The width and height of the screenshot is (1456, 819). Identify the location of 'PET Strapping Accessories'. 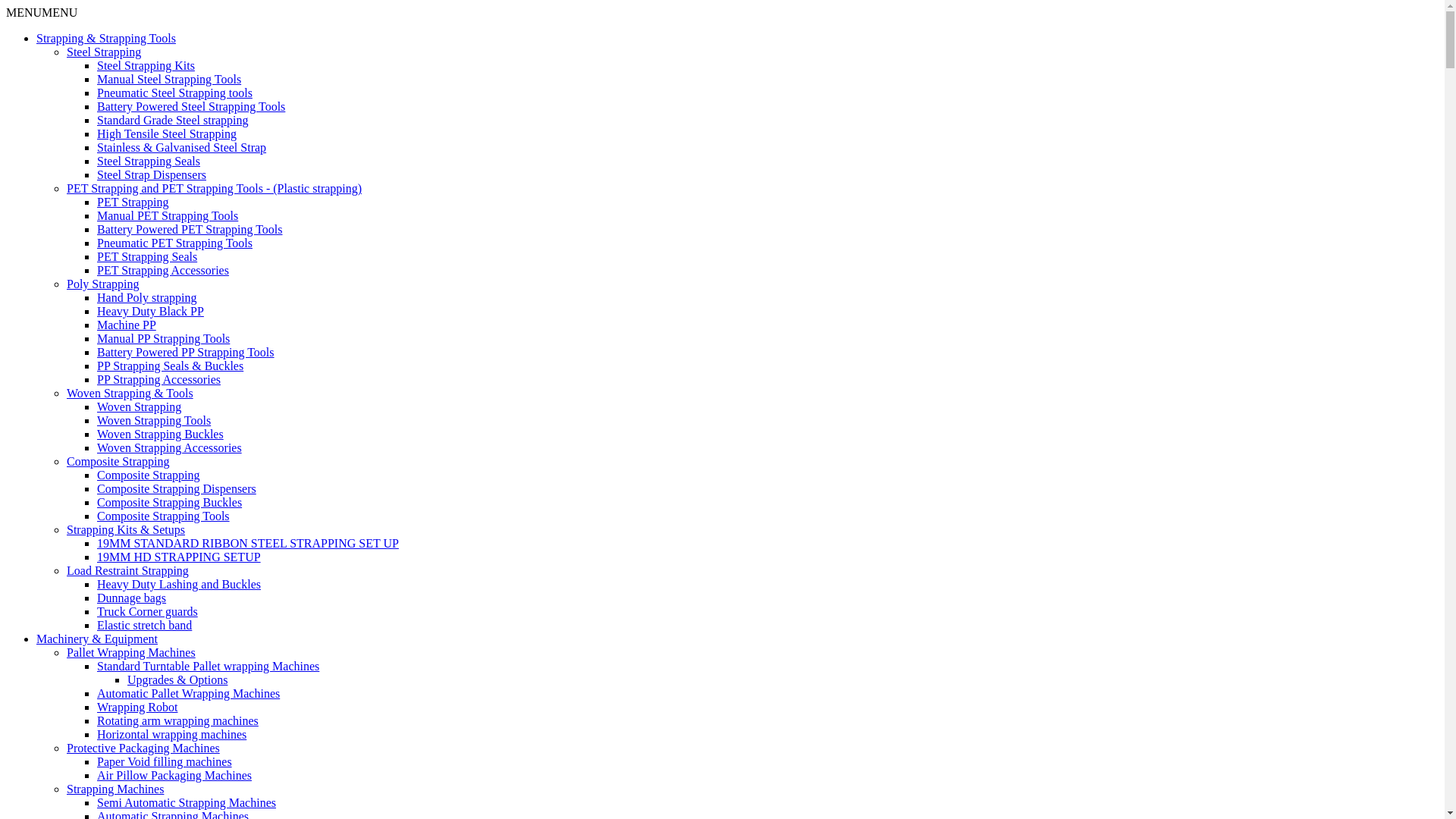
(163, 269).